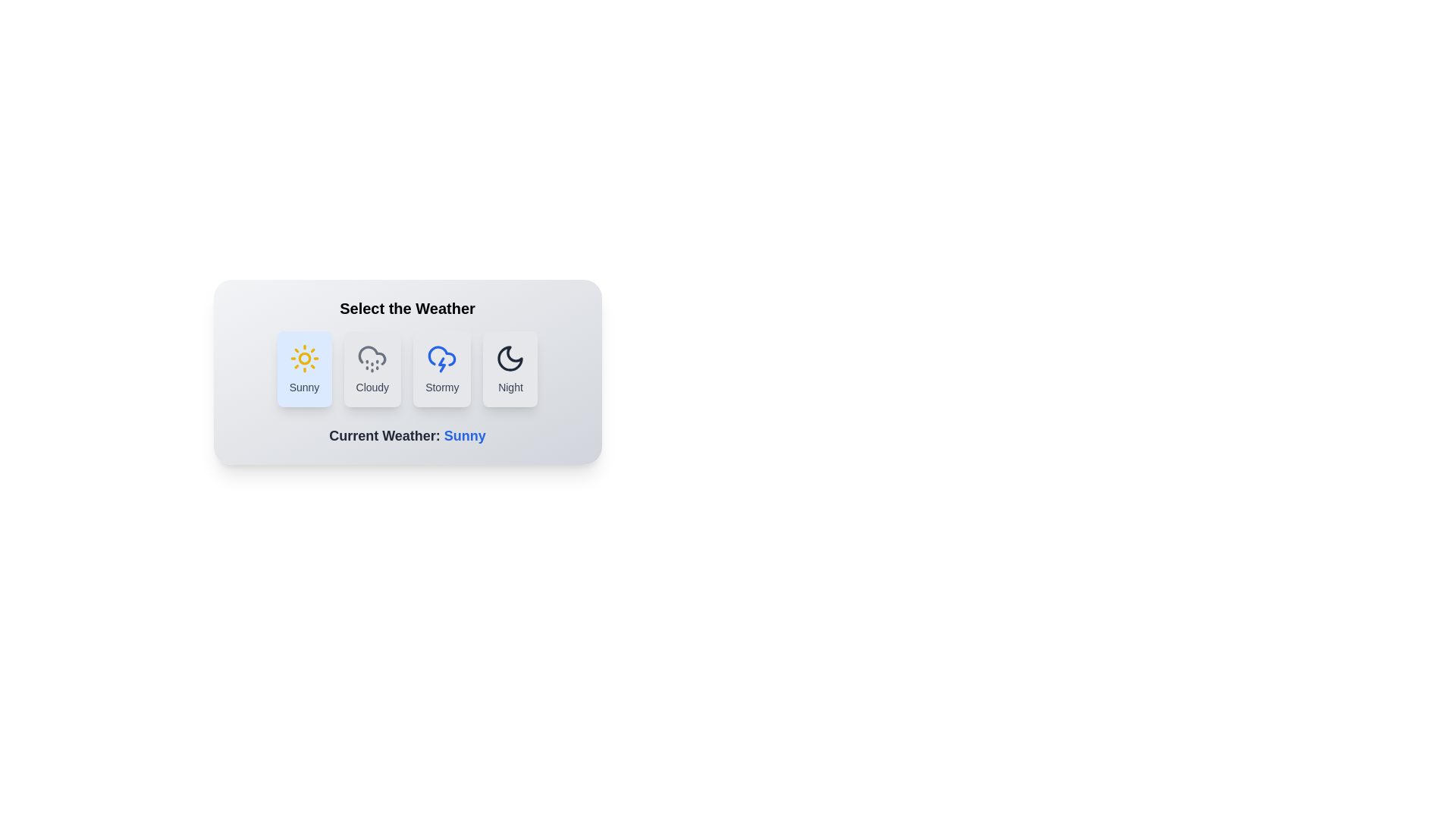  Describe the element at coordinates (407, 308) in the screenshot. I see `the header text 'Select the Weather' for copying` at that location.